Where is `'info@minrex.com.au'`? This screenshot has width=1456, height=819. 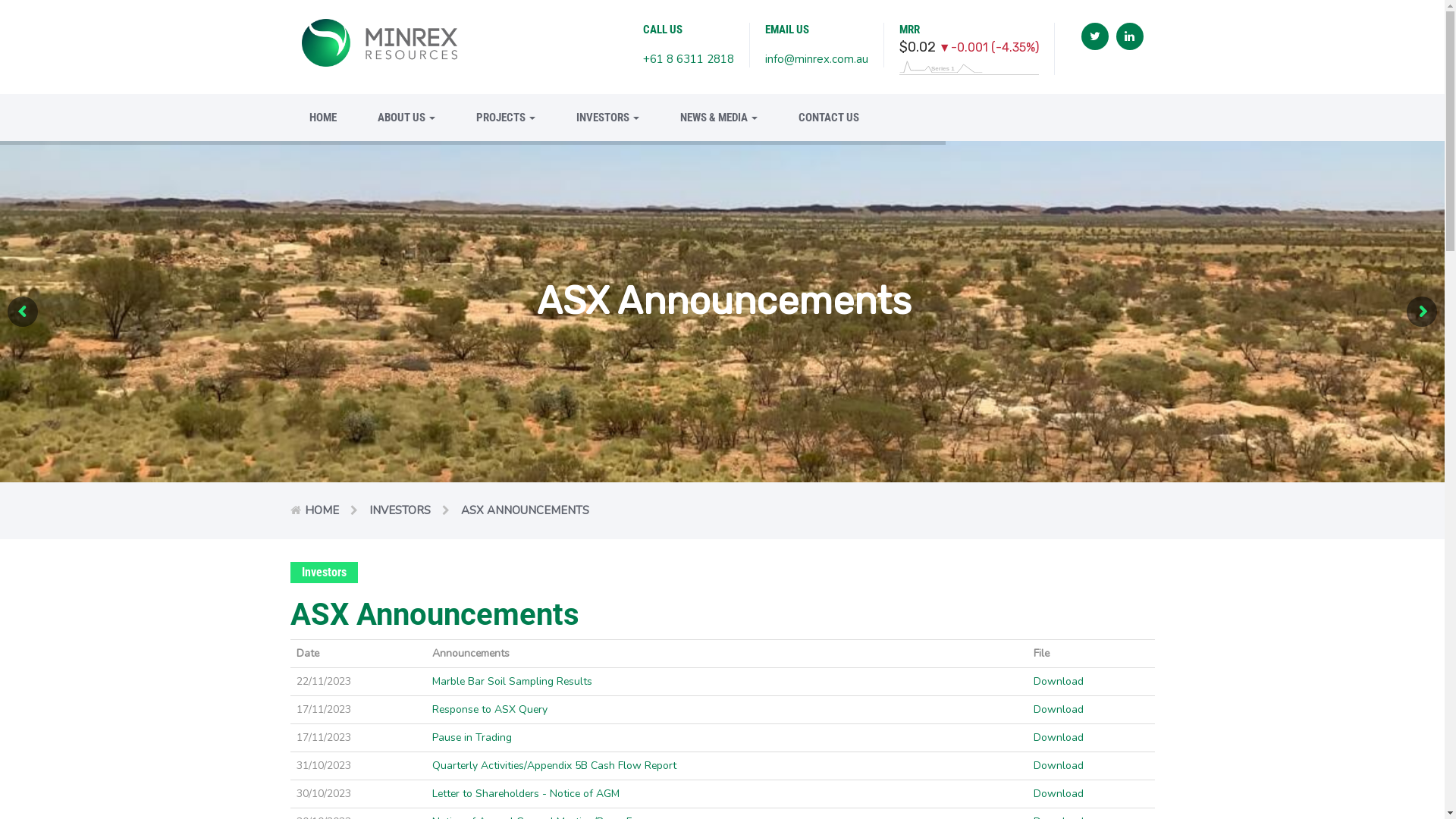 'info@minrex.com.au' is located at coordinates (764, 58).